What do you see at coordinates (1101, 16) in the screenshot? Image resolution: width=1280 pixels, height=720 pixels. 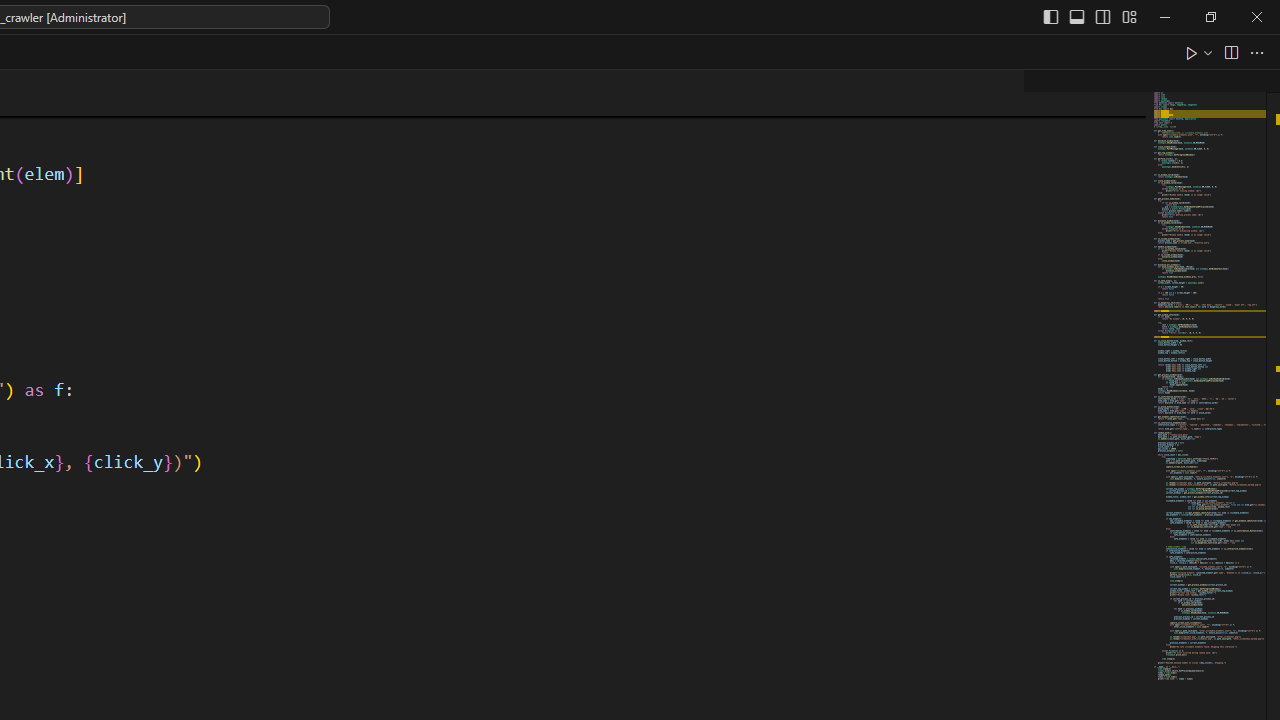 I see `'Toggle Secondary Side Bar (Ctrl+Alt+B)'` at bounding box center [1101, 16].